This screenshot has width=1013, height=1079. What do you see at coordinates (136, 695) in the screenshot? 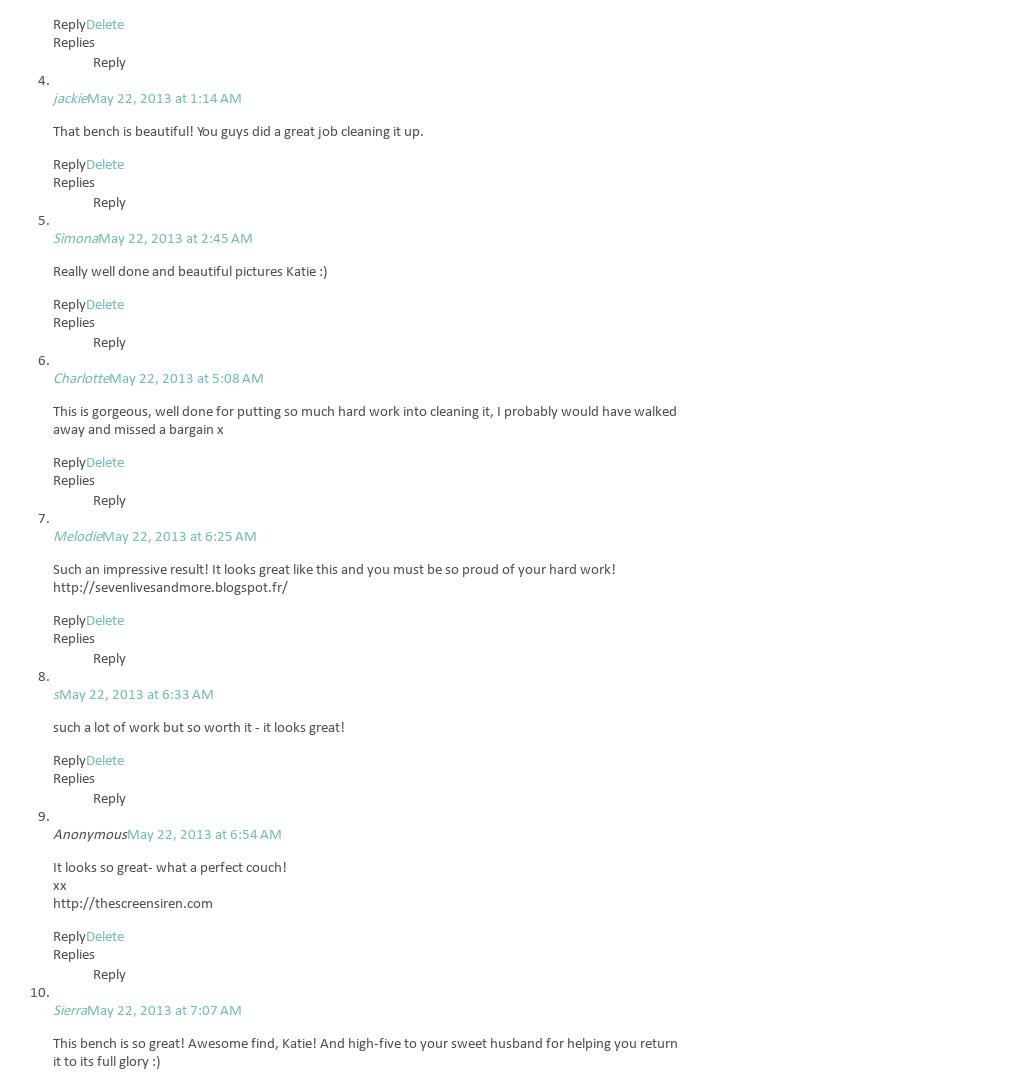
I see `'May 22, 2013 at 6:33 AM'` at bounding box center [136, 695].